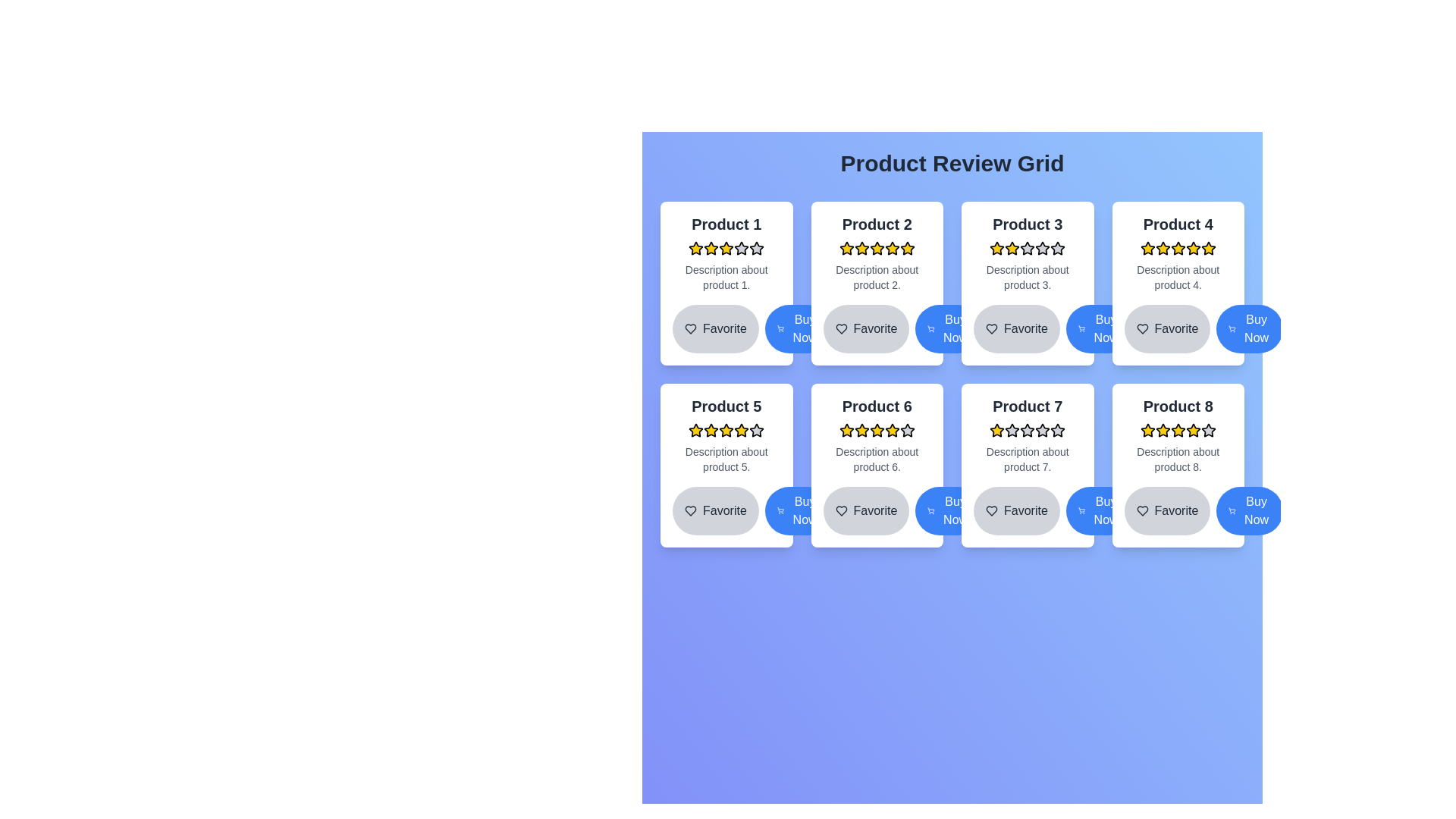  I want to click on the favorite icon located inside the 'Favorite' button for 'Product 6', which serves as a visual cue for marking the product as a favorite, so click(840, 511).